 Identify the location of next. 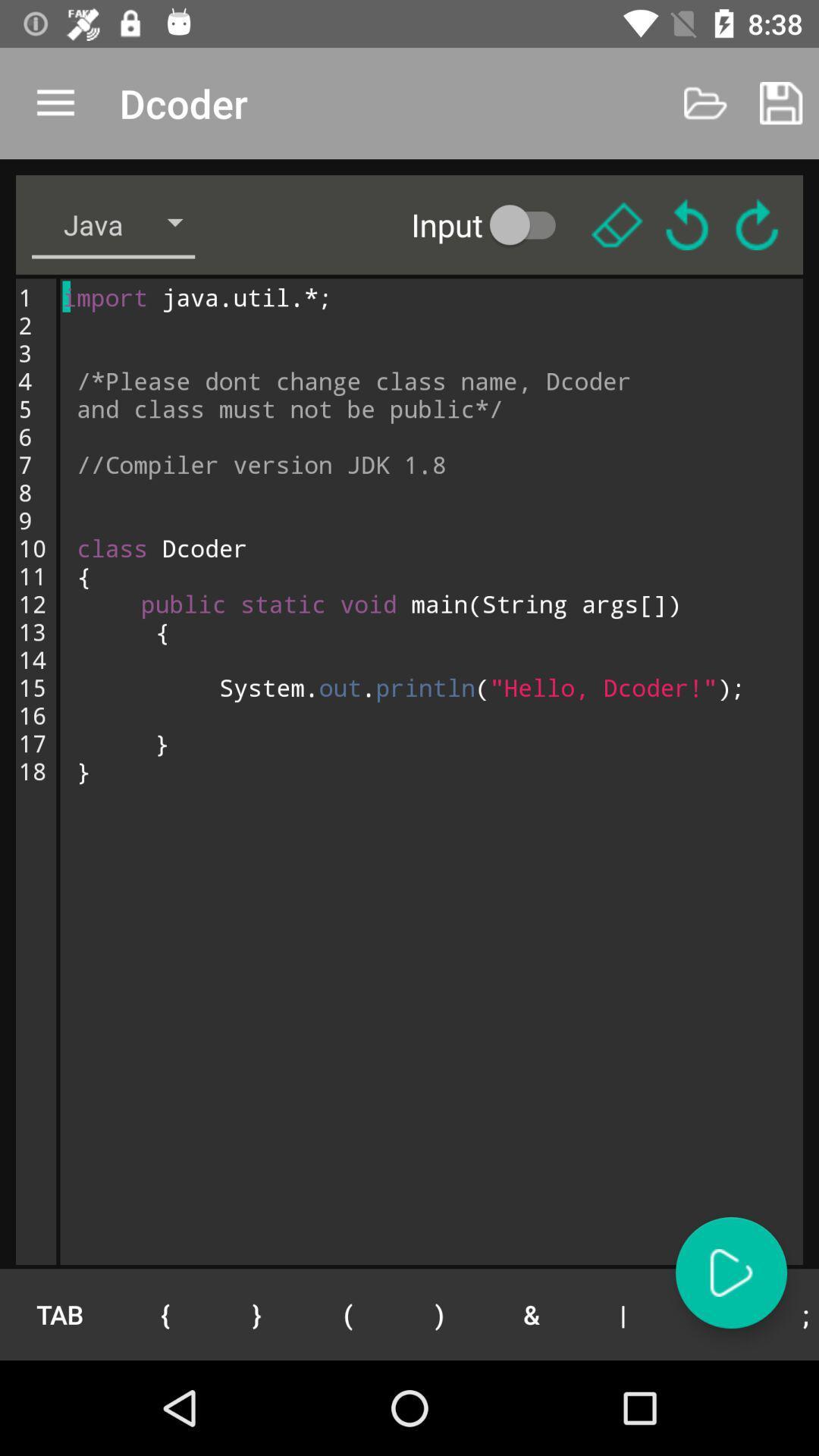
(730, 1272).